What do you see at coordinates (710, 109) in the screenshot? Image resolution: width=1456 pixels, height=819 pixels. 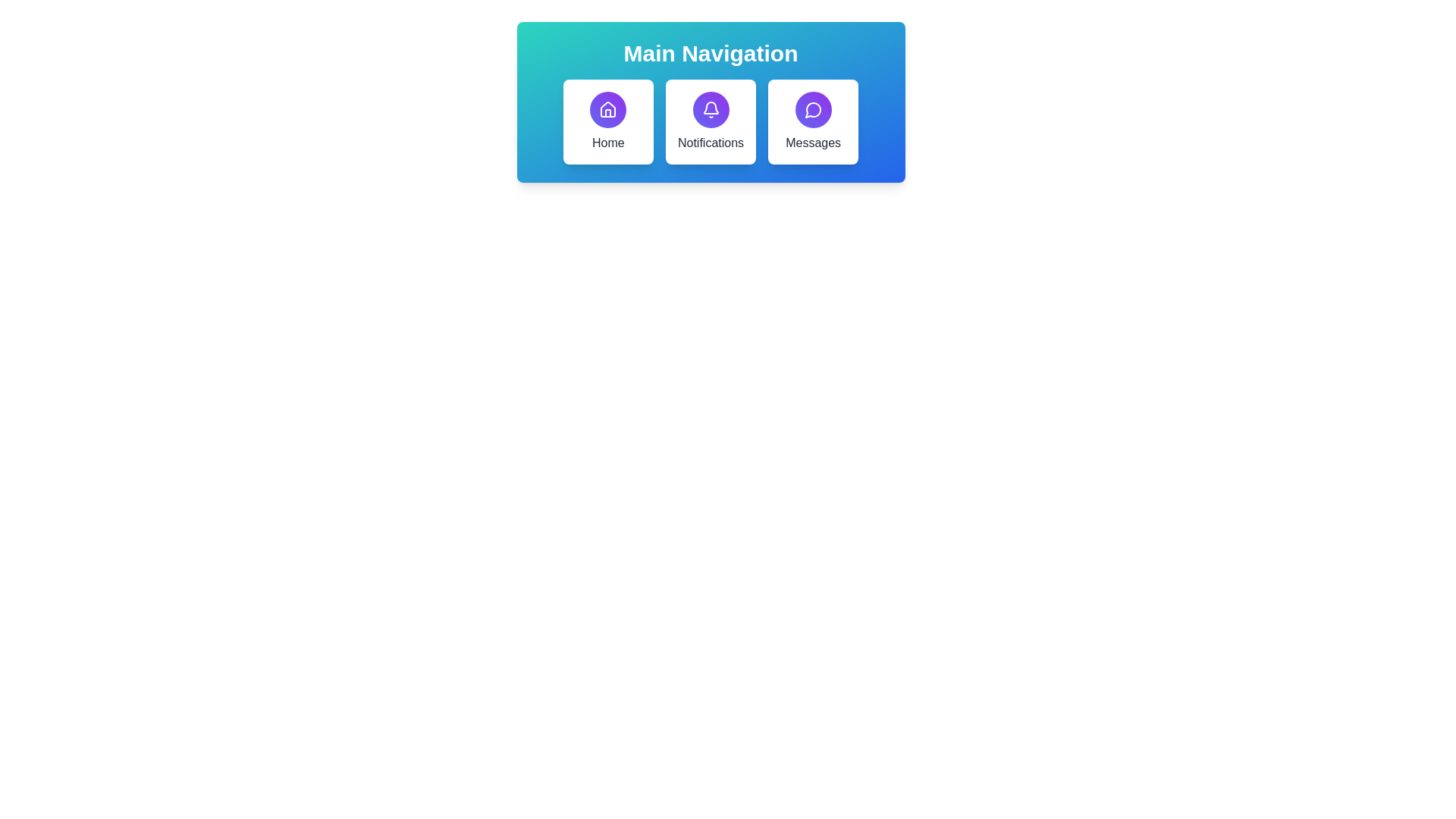 I see `the notification bell icon, which is styled with a gradient purple color and located in the middle of the navigation bar` at bounding box center [710, 109].